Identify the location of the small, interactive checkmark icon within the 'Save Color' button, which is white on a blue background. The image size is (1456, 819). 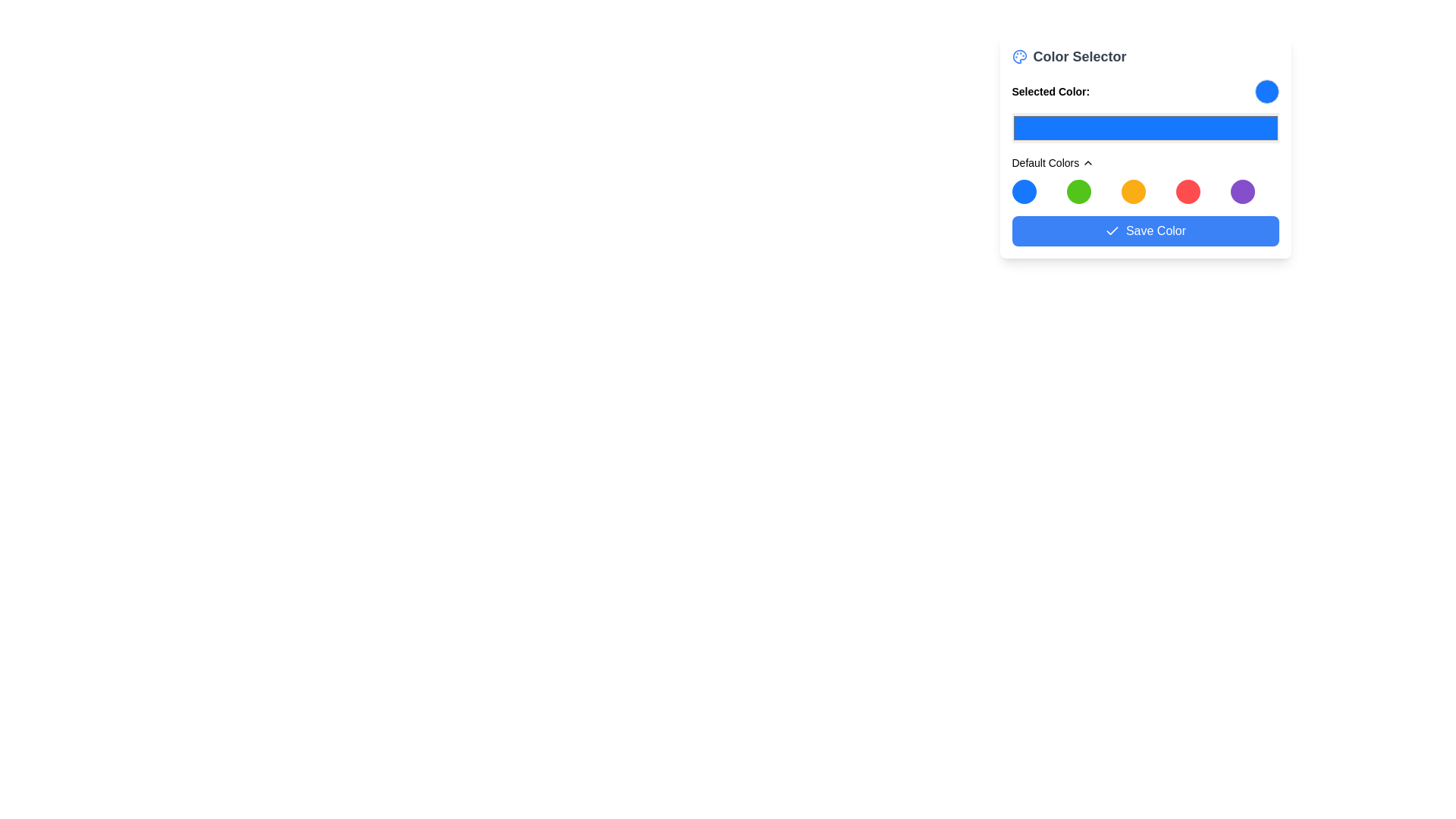
(1112, 231).